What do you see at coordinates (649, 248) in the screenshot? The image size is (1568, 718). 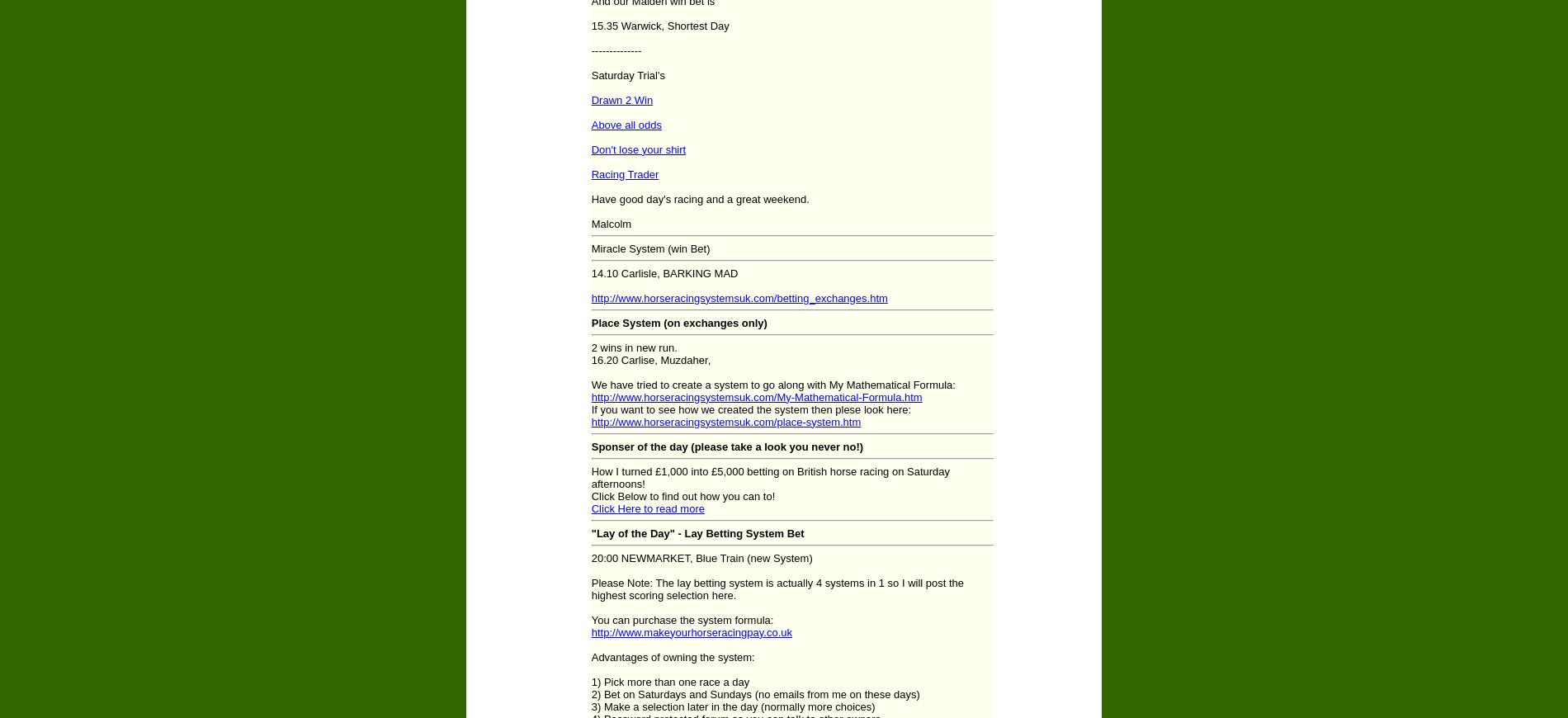 I see `'Miracle System (win Bet)'` at bounding box center [649, 248].